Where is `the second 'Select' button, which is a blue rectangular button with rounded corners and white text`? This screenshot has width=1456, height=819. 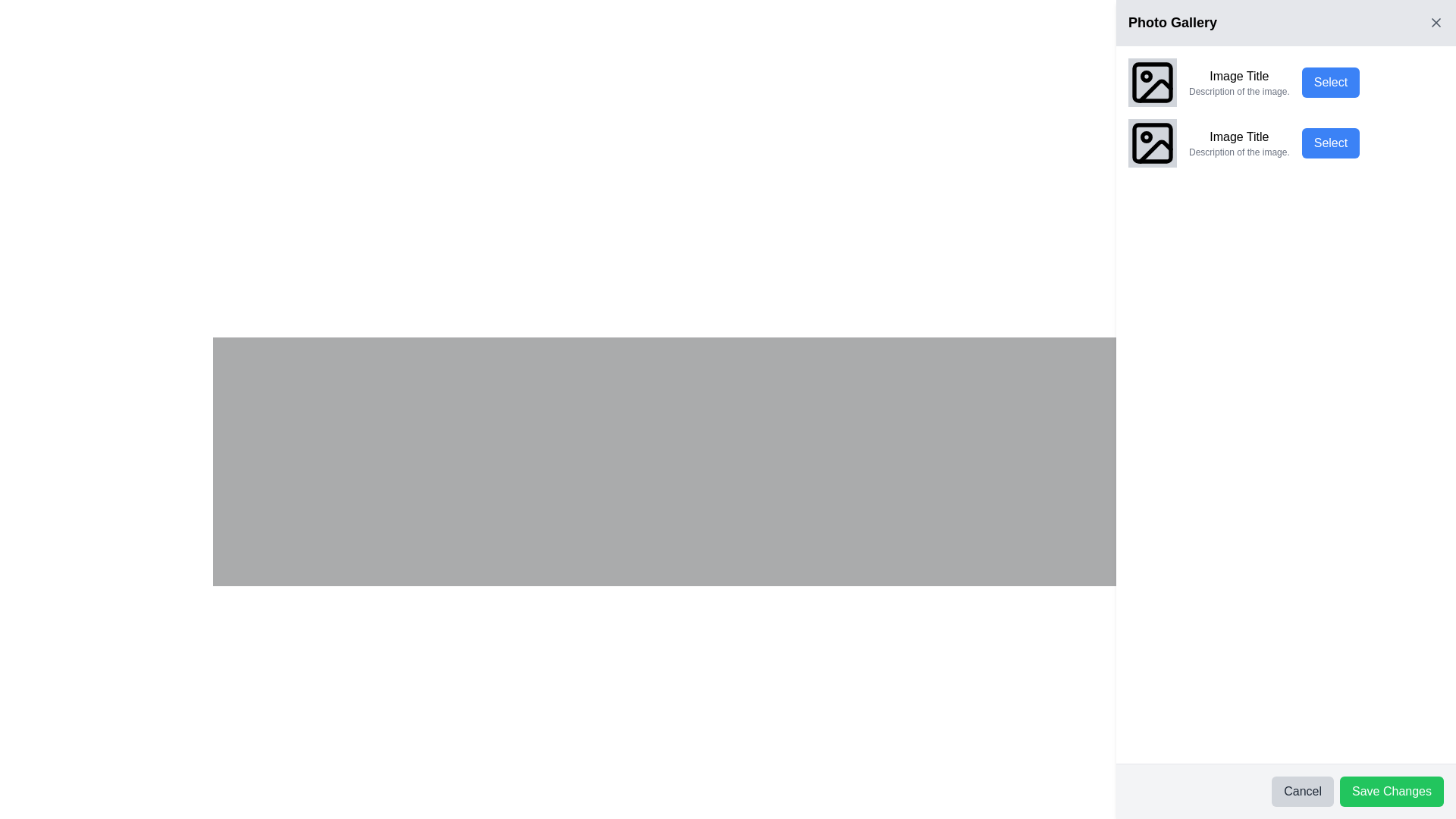 the second 'Select' button, which is a blue rectangular button with rounded corners and white text is located at coordinates (1329, 143).